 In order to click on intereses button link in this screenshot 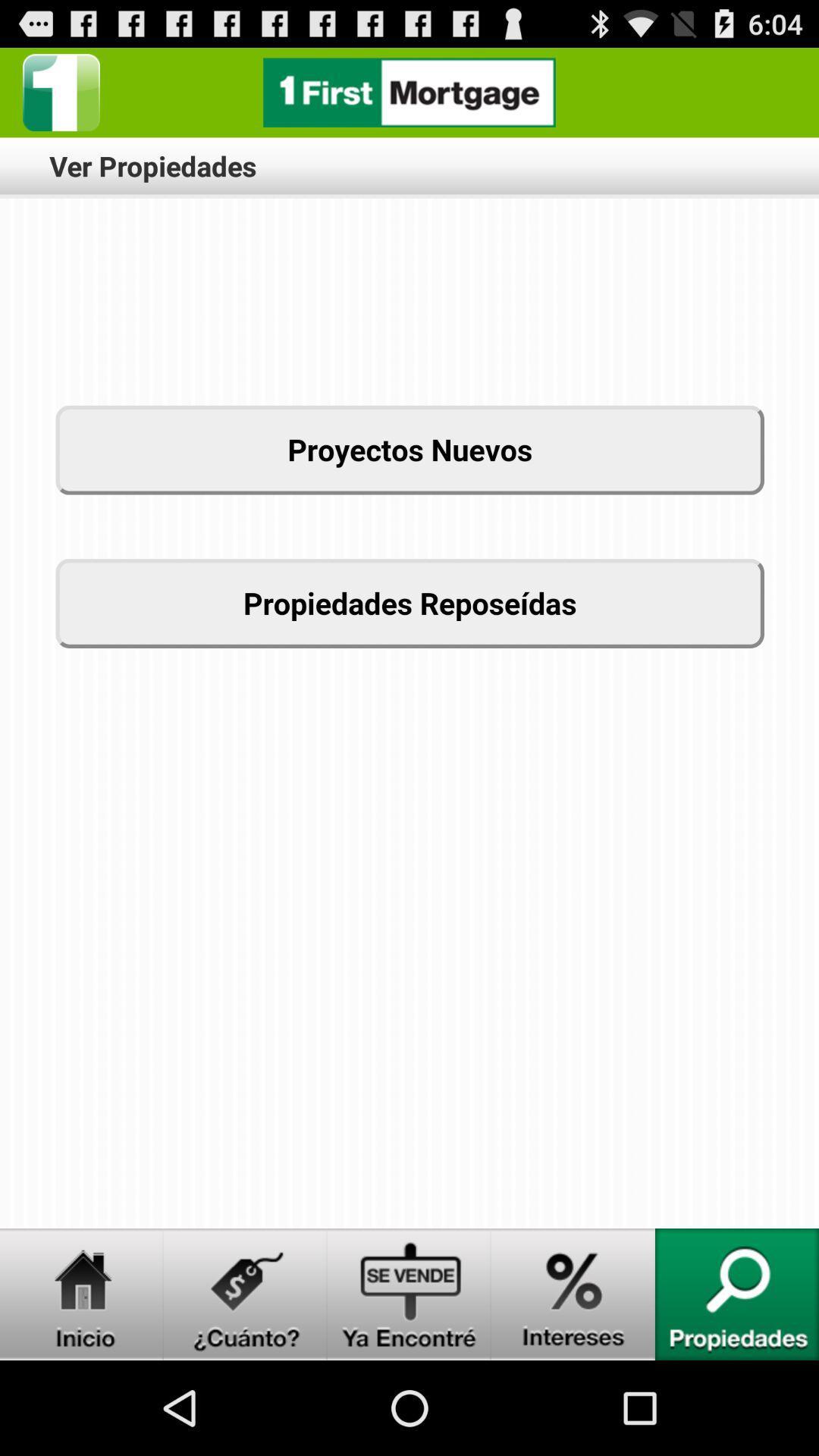, I will do `click(573, 1294)`.